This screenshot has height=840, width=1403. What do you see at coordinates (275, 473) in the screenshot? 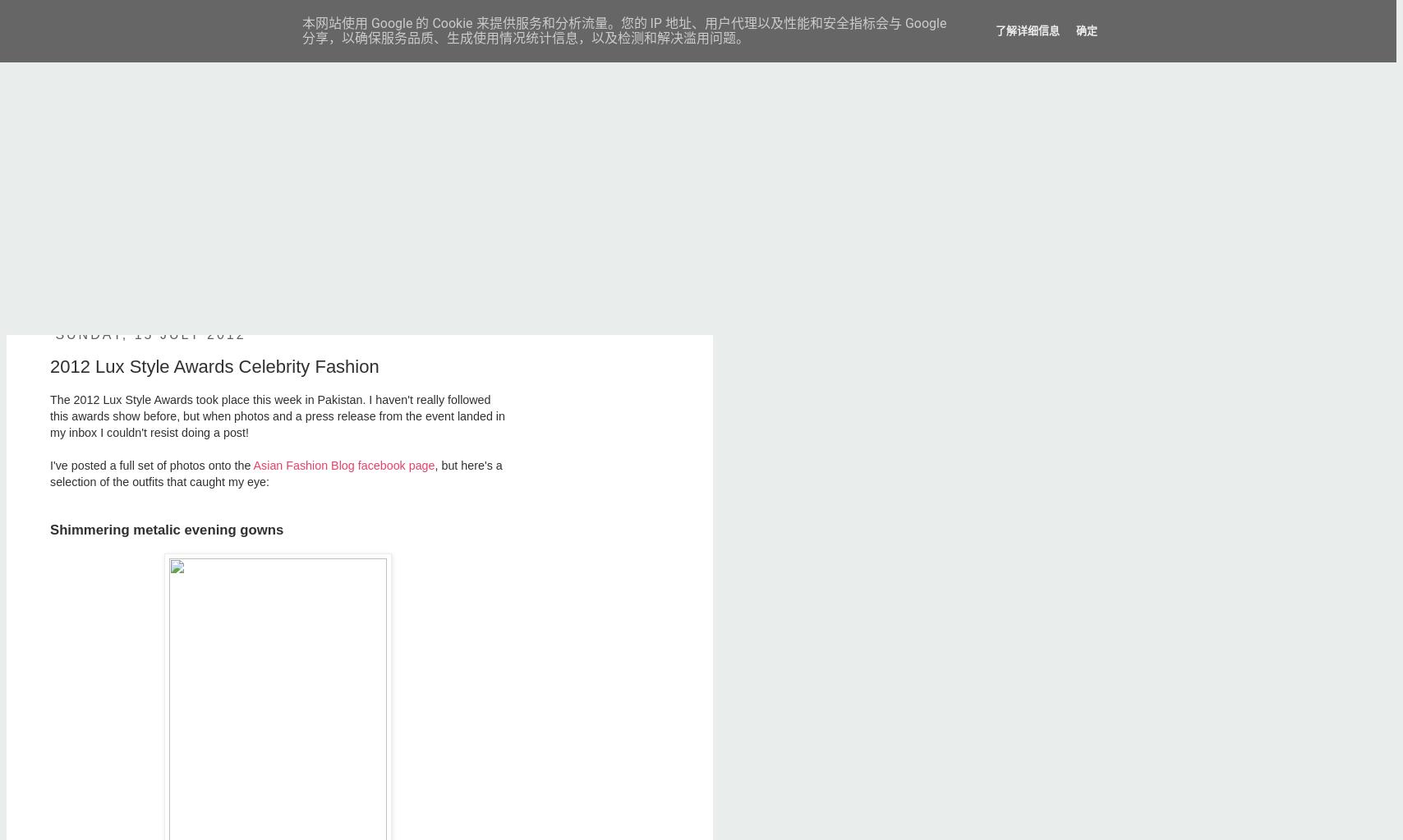
I see `', but here's a selection of the outfits that caught my eye:'` at bounding box center [275, 473].